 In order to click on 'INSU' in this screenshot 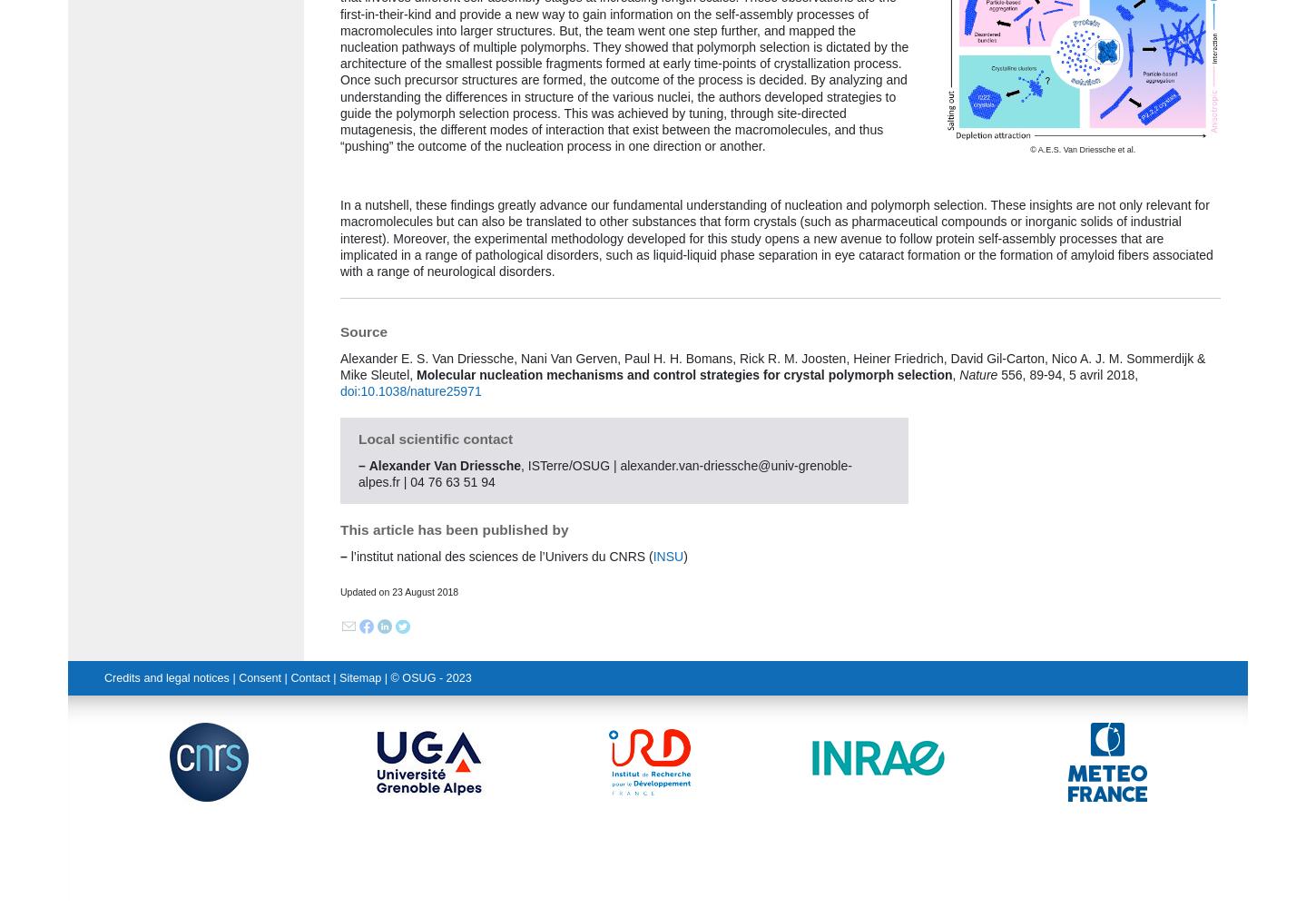, I will do `click(652, 555)`.